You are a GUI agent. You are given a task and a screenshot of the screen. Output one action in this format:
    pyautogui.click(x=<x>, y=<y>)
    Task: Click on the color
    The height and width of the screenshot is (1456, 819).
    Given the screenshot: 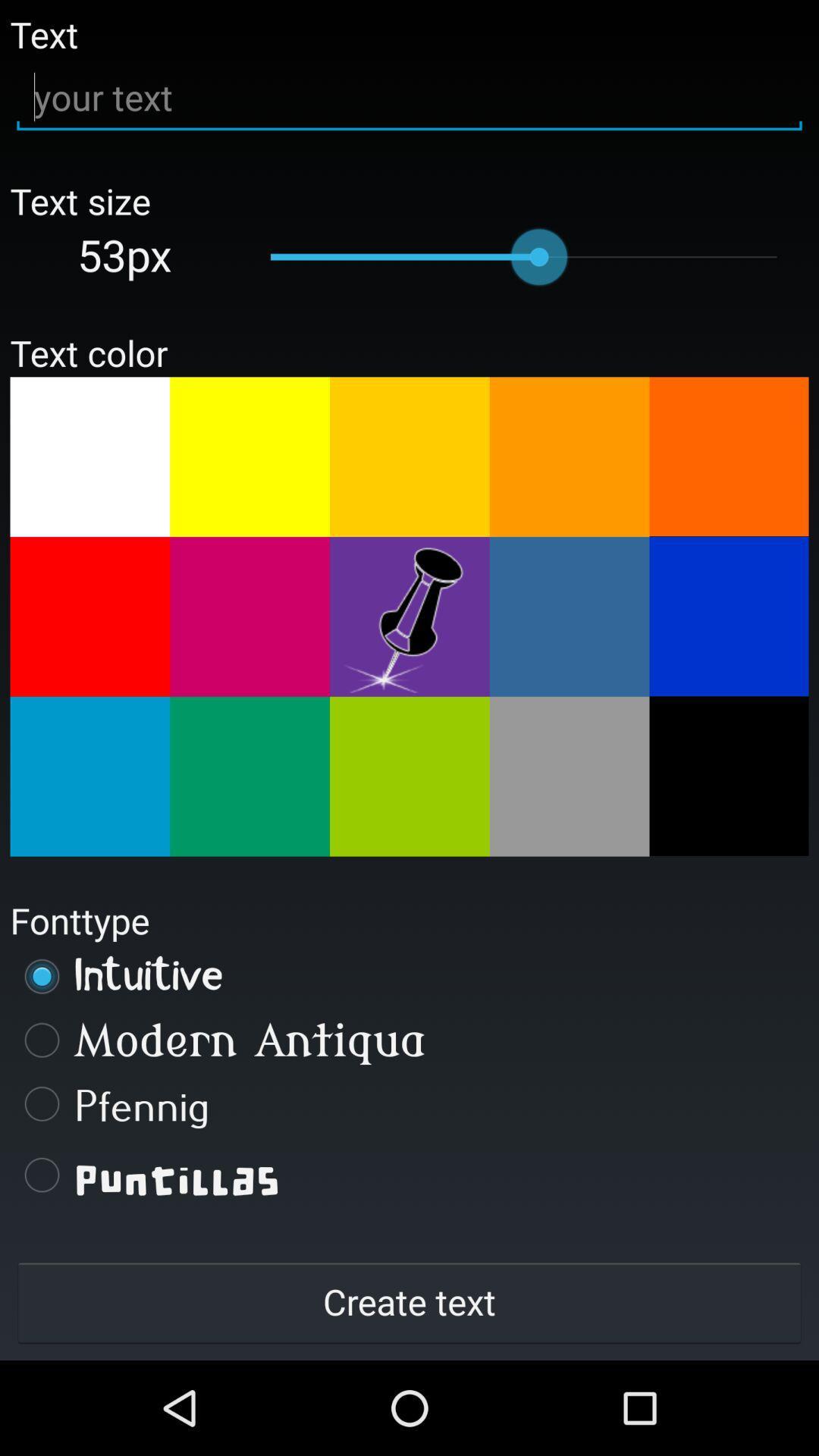 What is the action you would take?
    pyautogui.click(x=728, y=616)
    